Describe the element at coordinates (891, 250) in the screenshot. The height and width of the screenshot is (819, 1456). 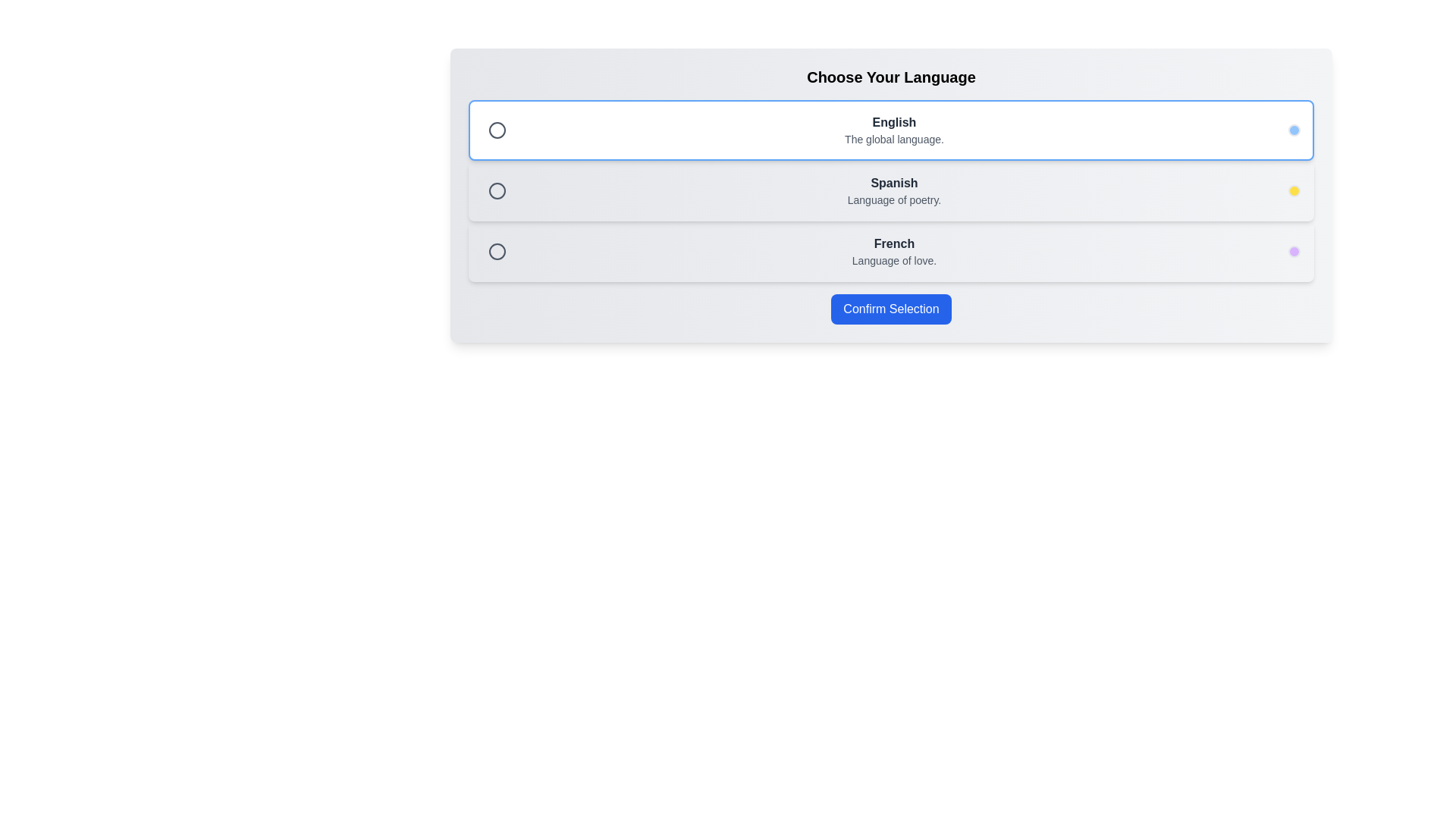
I see `the 'French' language option in the language selection menu, which is the third option in a vertical list, contained within a rounded rectangle` at that location.